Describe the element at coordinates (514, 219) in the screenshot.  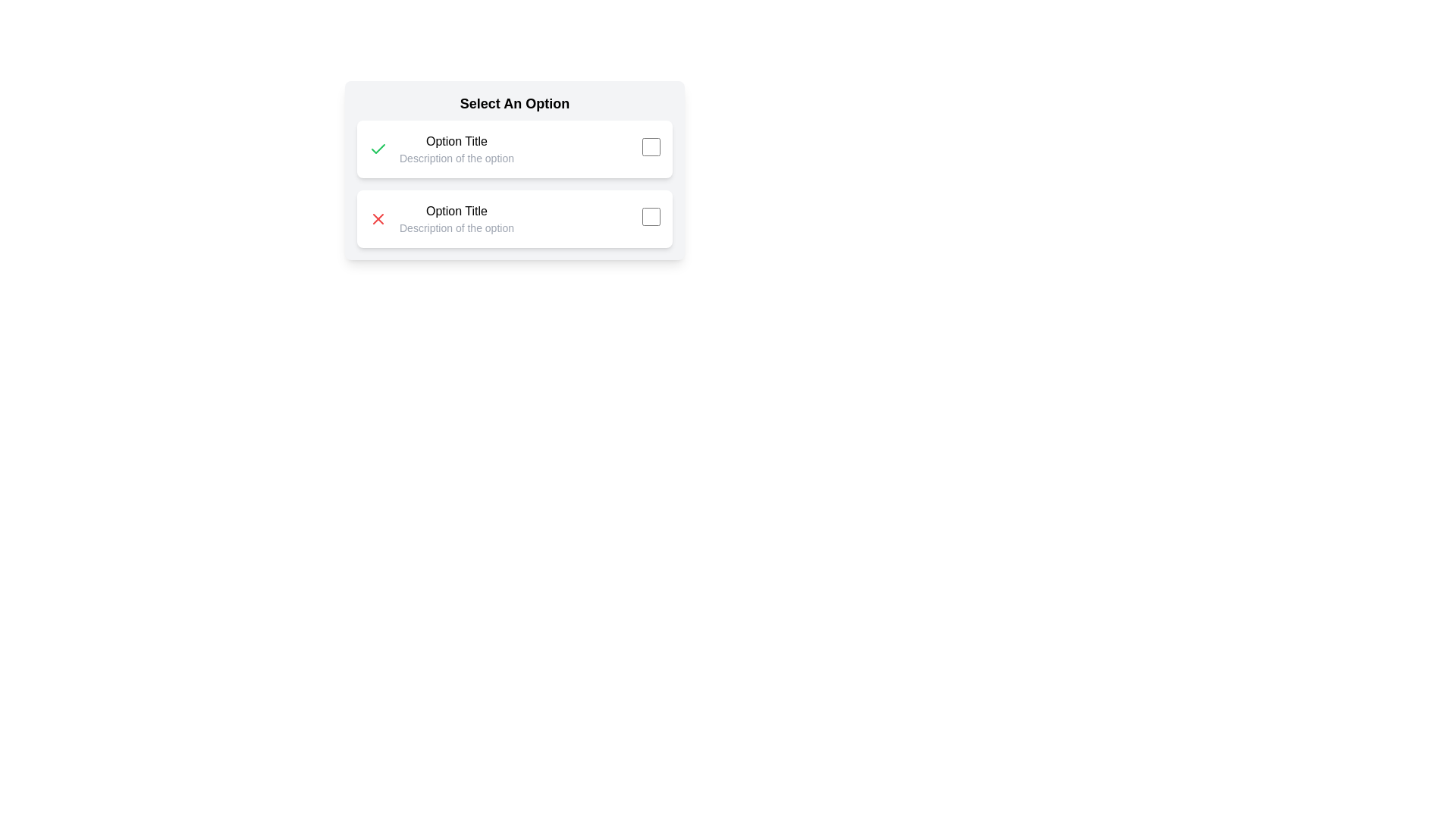
I see `the red cross icon on the Interactive option tile with a checkbox` at that location.